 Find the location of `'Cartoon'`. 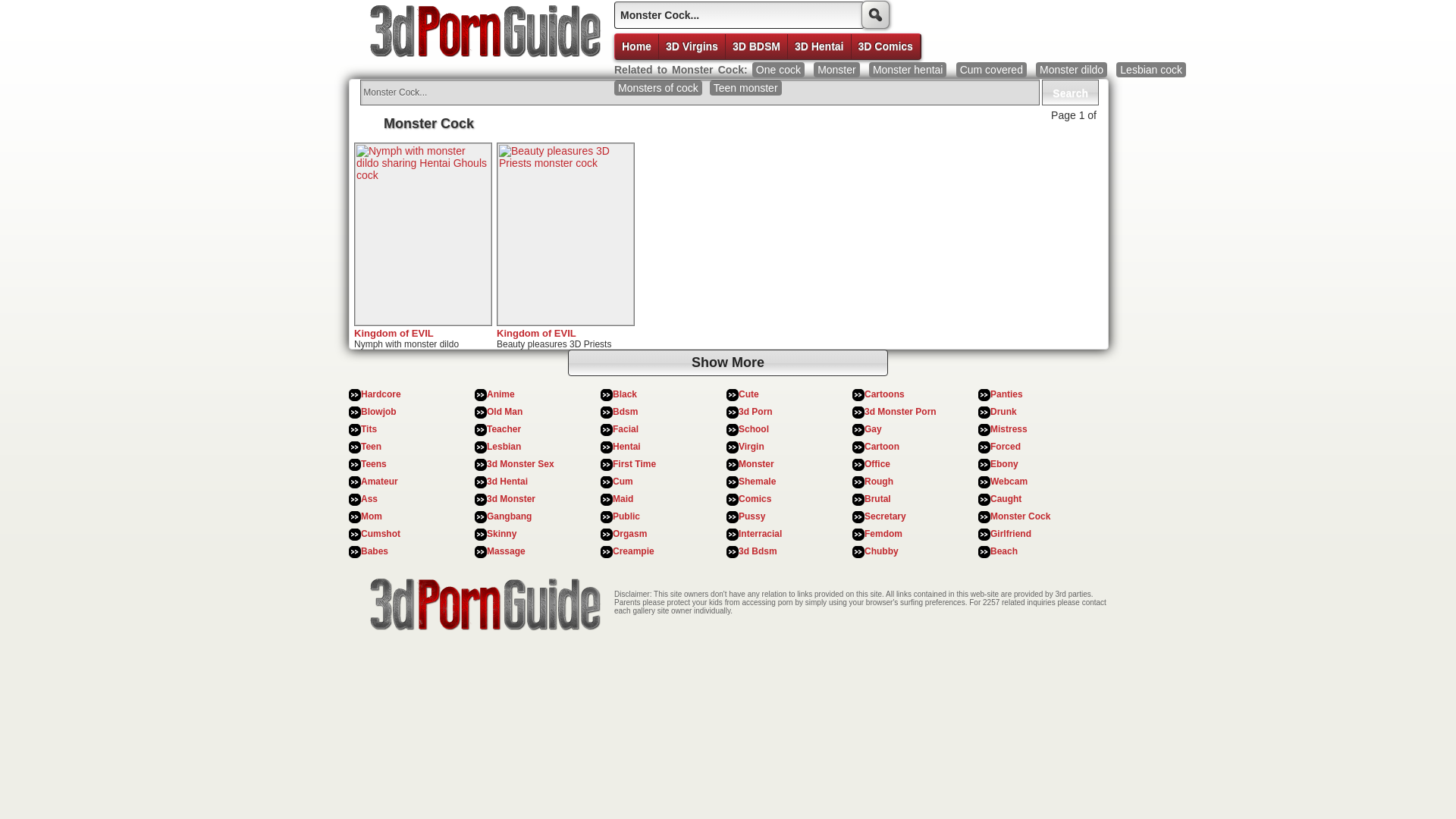

'Cartoon' is located at coordinates (881, 446).